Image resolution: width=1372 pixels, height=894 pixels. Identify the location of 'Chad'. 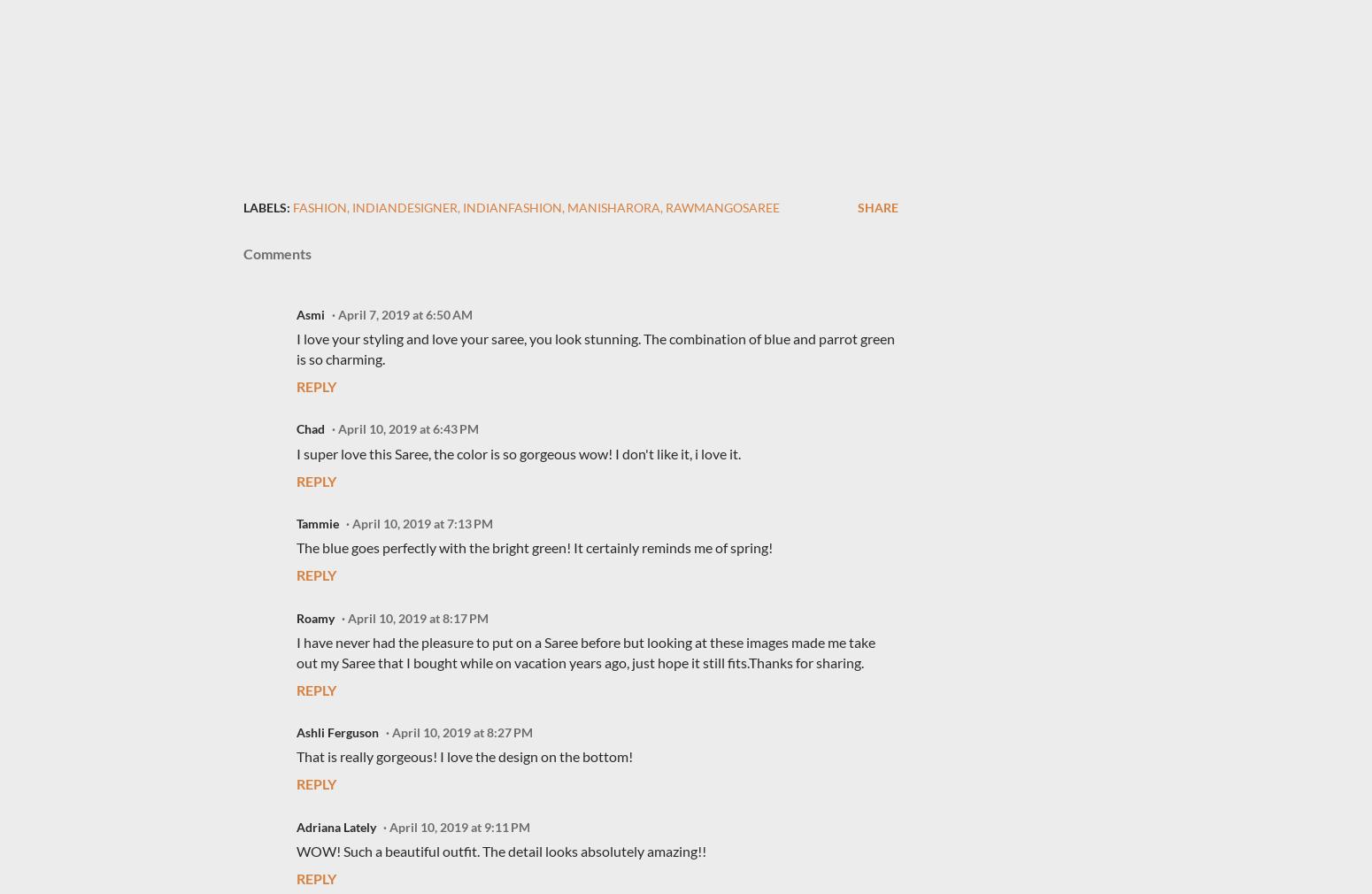
(310, 428).